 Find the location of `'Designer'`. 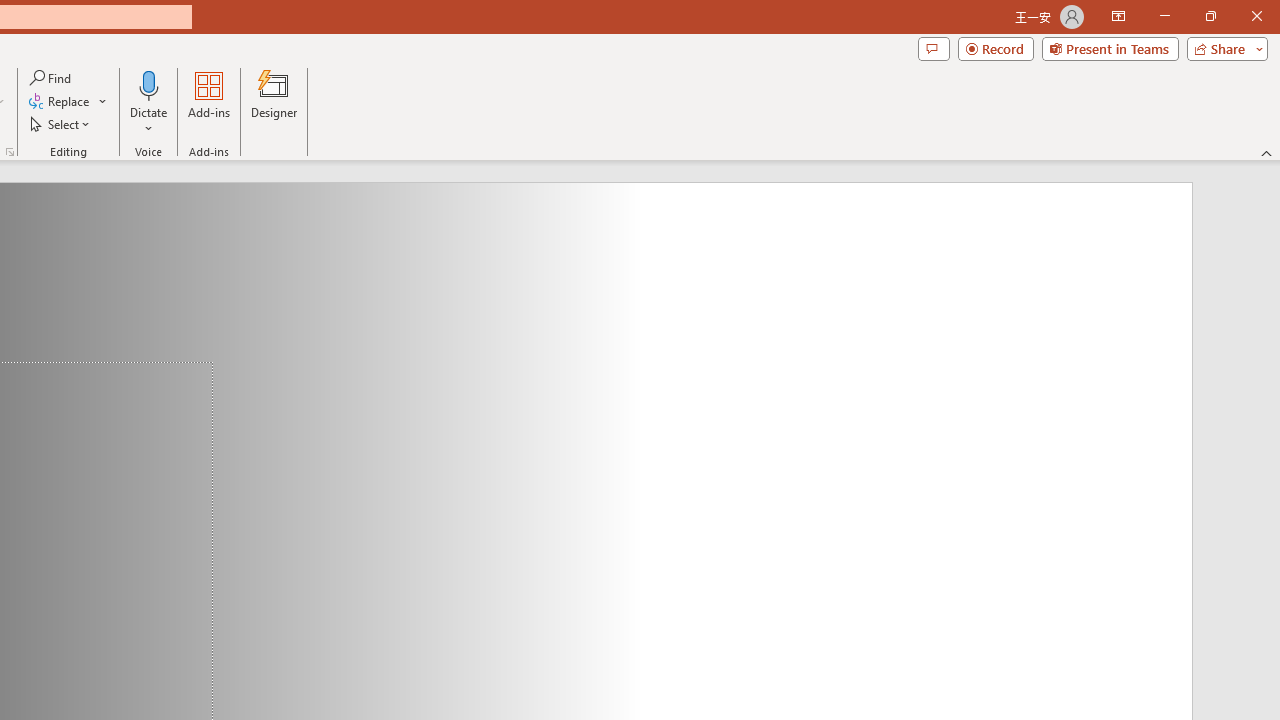

'Designer' is located at coordinates (273, 103).